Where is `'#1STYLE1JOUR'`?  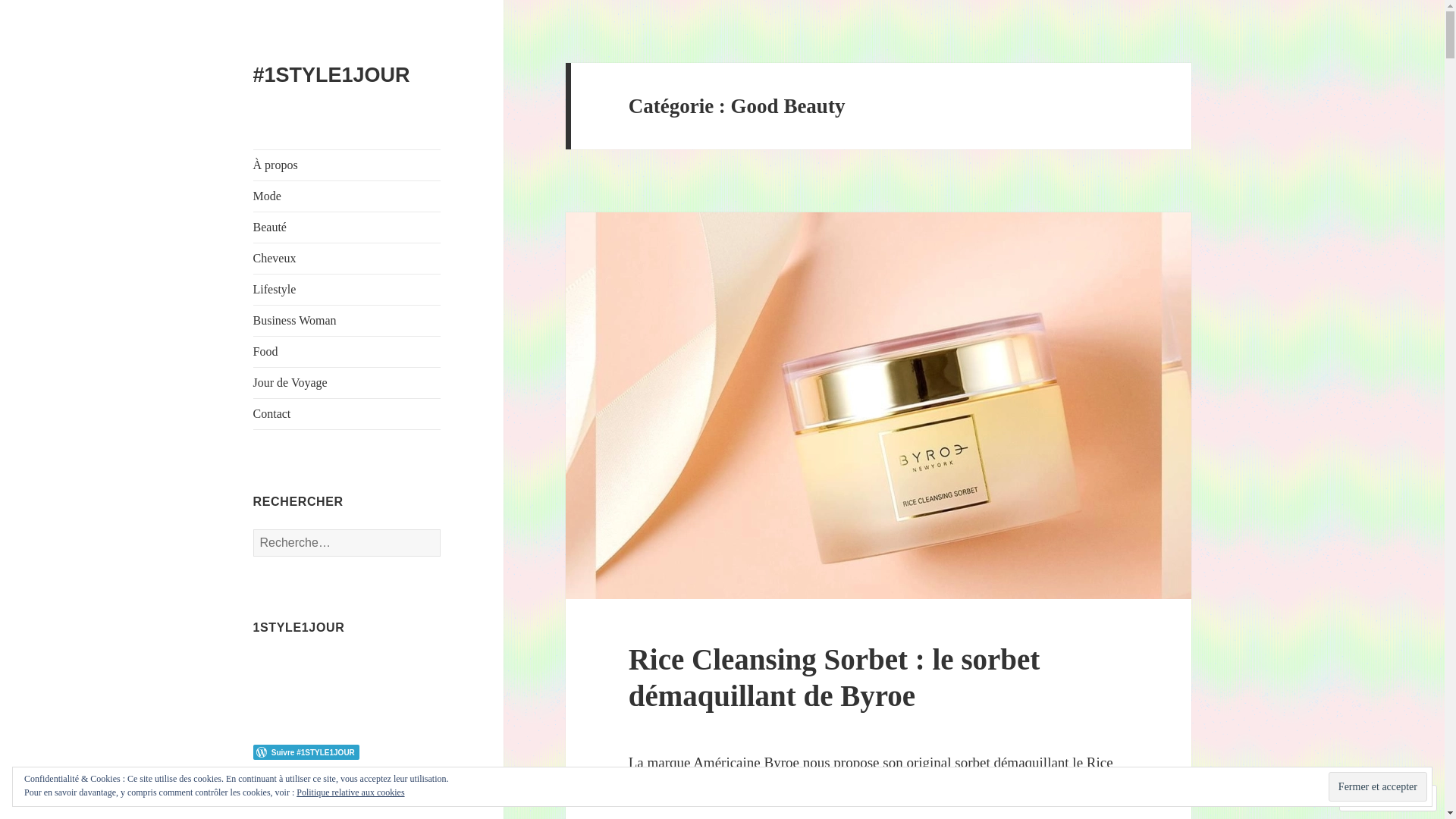
'#1STYLE1JOUR' is located at coordinates (331, 75).